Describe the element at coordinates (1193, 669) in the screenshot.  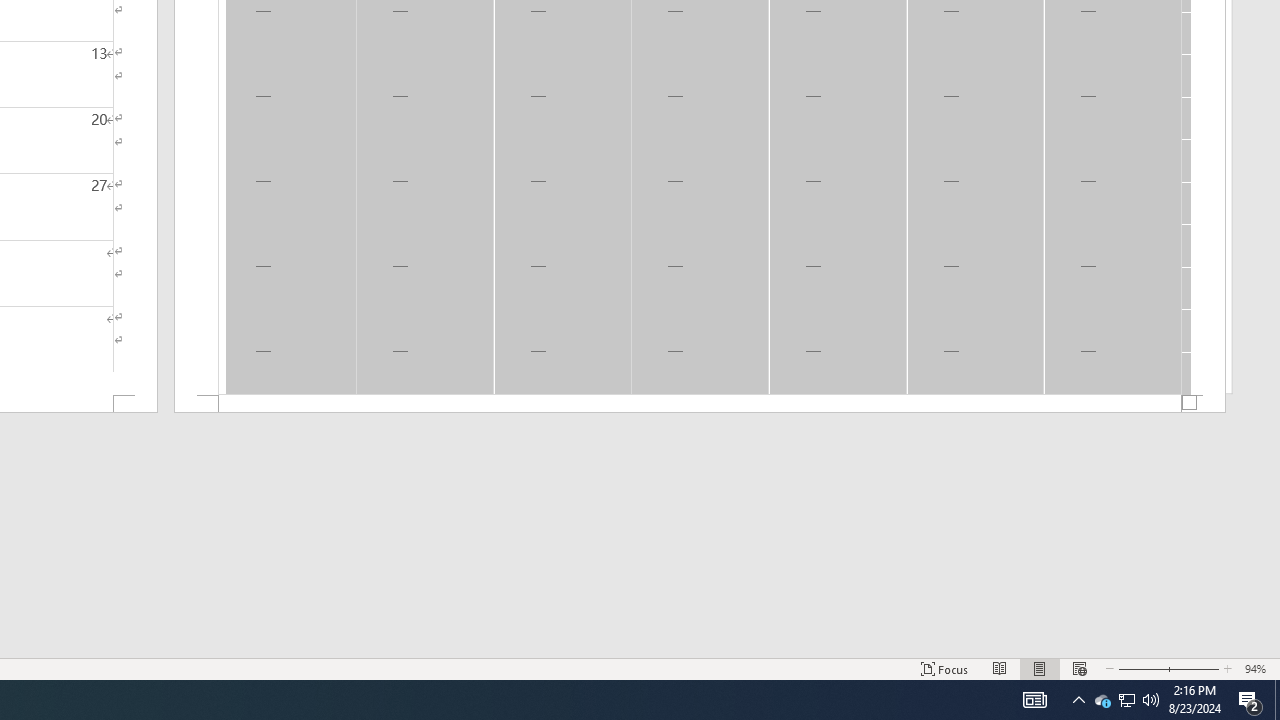
I see `'Zoom In'` at that location.